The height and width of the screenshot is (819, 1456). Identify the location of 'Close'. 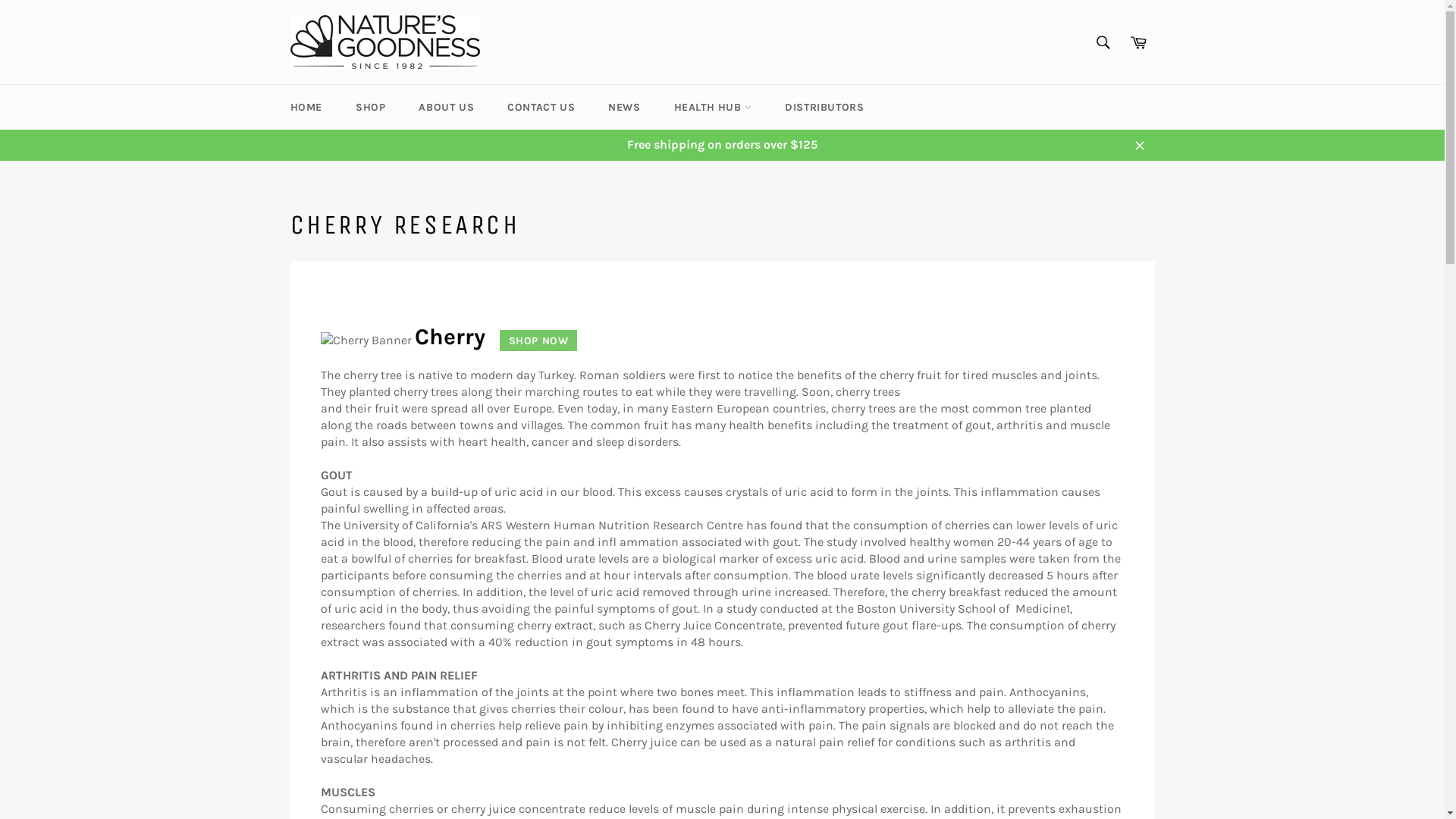
(1124, 145).